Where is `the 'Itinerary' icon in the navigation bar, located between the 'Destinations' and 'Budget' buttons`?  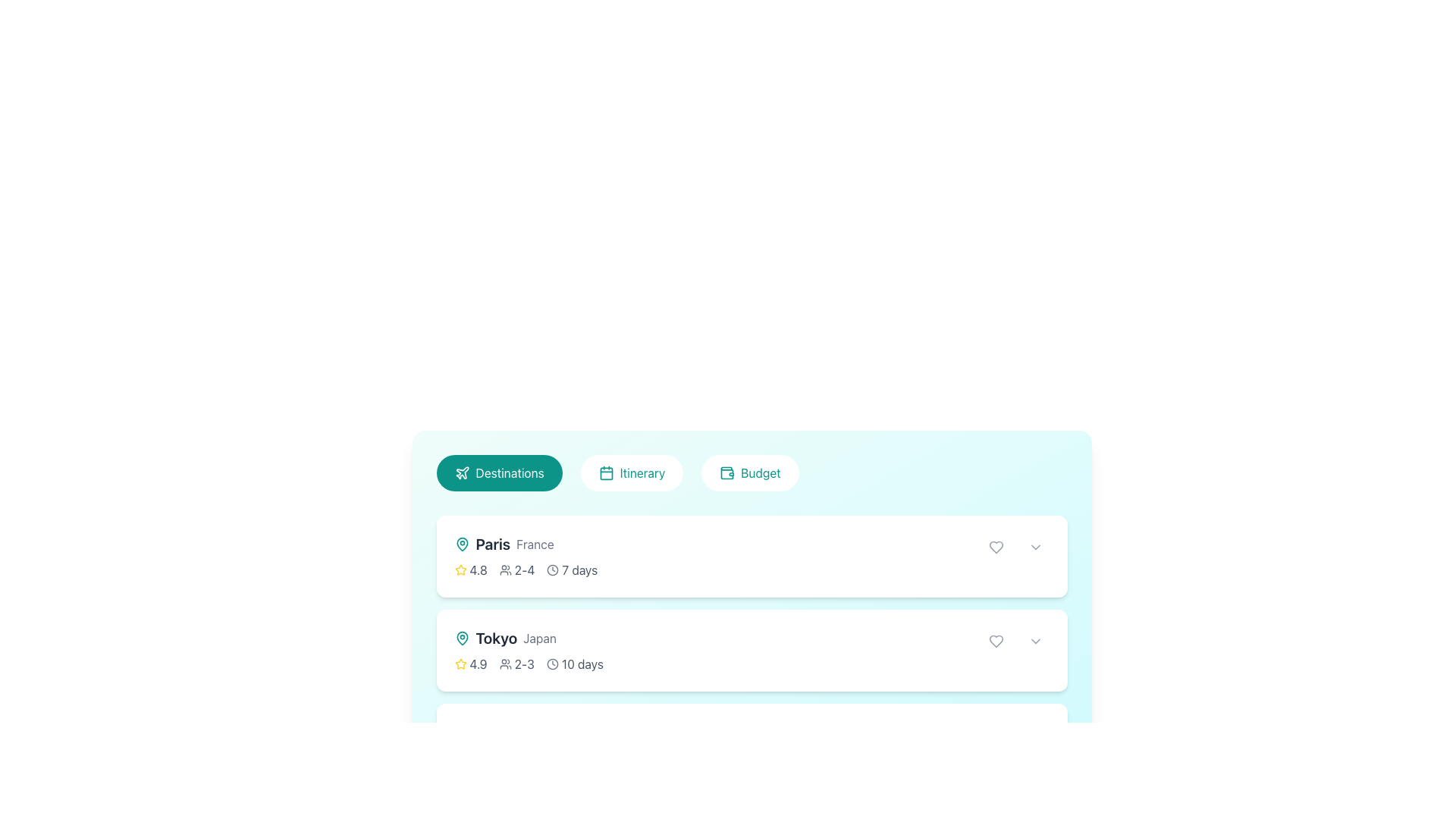 the 'Itinerary' icon in the navigation bar, located between the 'Destinations' and 'Budget' buttons is located at coordinates (605, 472).